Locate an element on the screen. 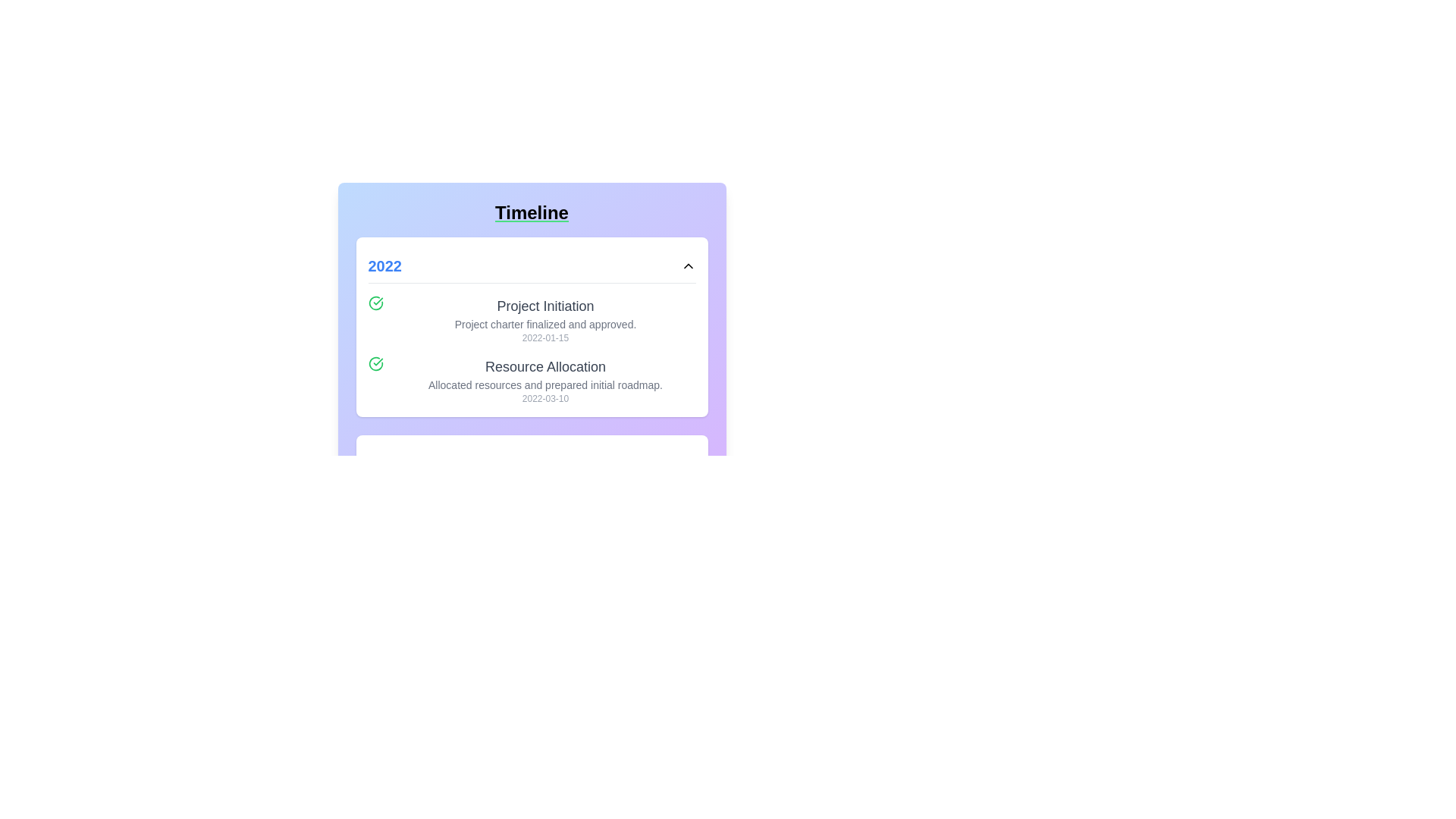 The image size is (1456, 819). the circular green icon with a checkmark that signifies completion, located to the left of the 'Resource Allocation' heading in the timeline section is located at coordinates (375, 363).